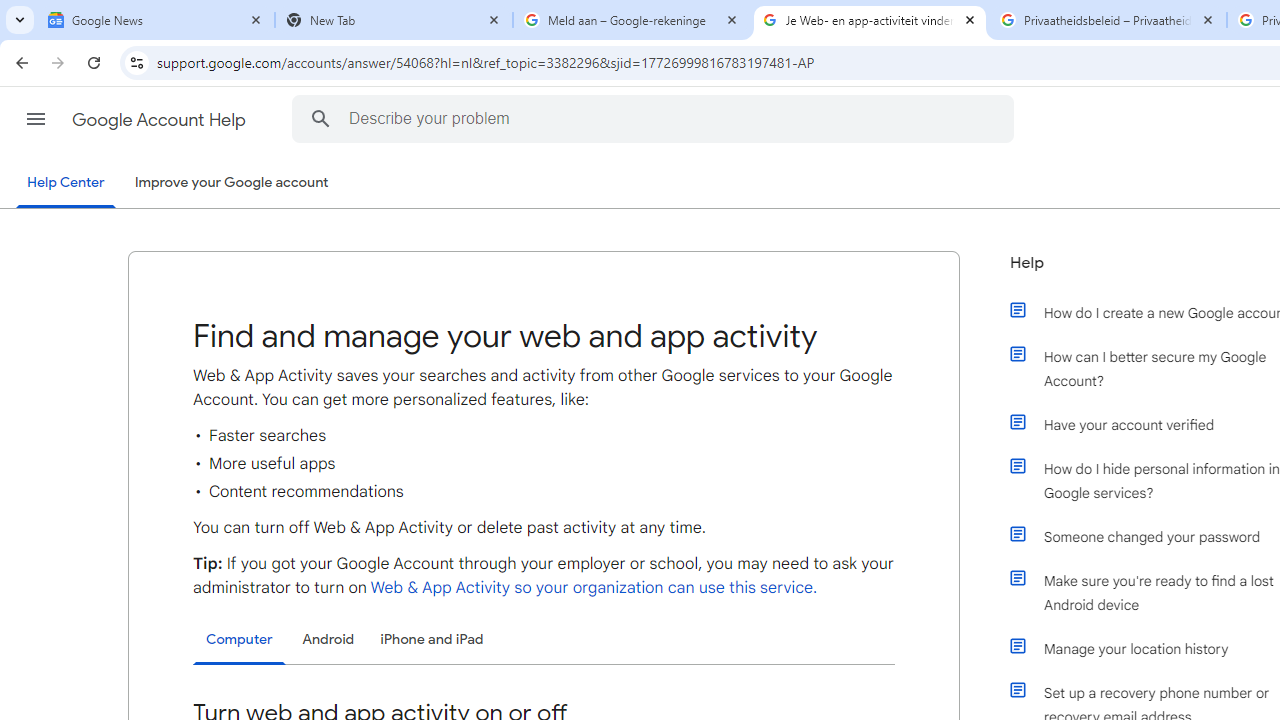  What do you see at coordinates (231, 183) in the screenshot?
I see `'Improve your Google account'` at bounding box center [231, 183].